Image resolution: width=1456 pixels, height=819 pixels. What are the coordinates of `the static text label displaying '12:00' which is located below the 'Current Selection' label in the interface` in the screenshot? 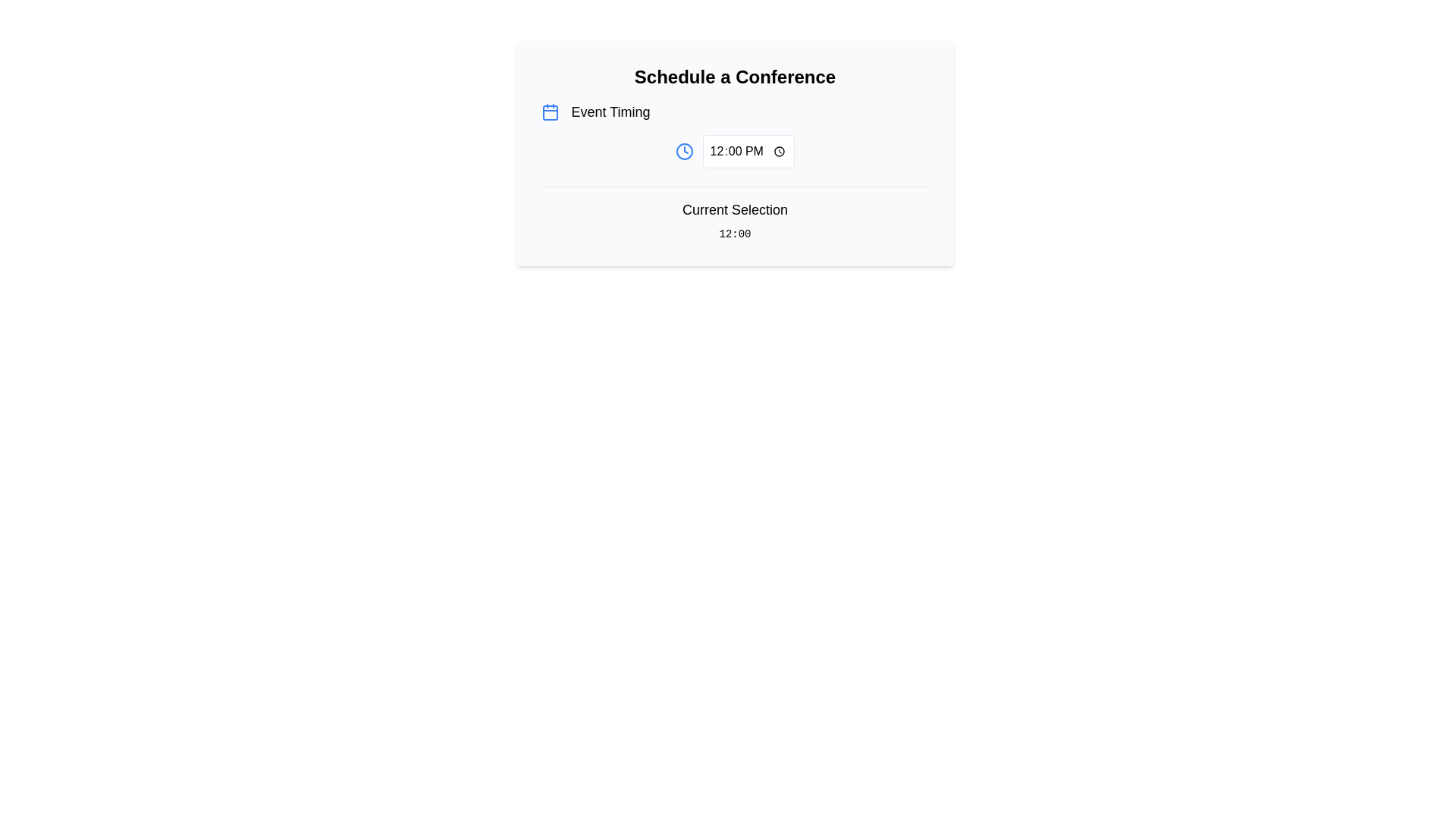 It's located at (735, 234).